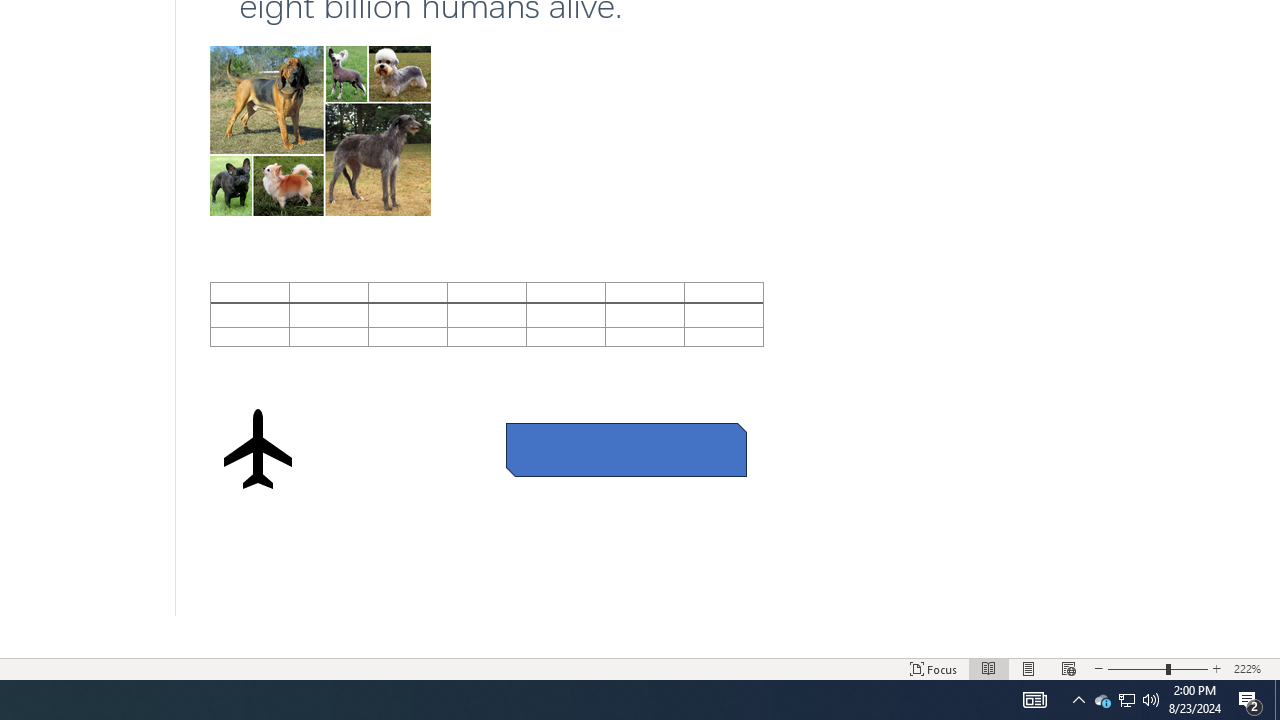 This screenshot has height=720, width=1280. What do you see at coordinates (1158, 669) in the screenshot?
I see `'Text Size'` at bounding box center [1158, 669].